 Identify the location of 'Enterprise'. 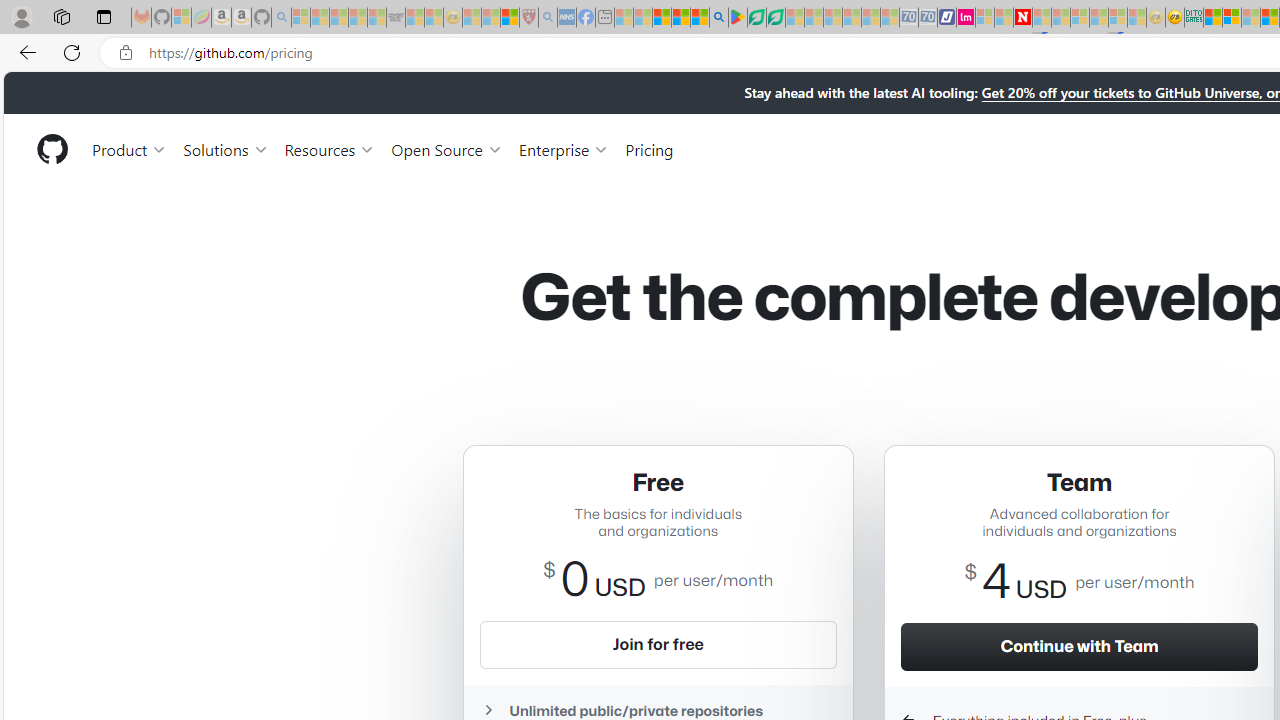
(562, 148).